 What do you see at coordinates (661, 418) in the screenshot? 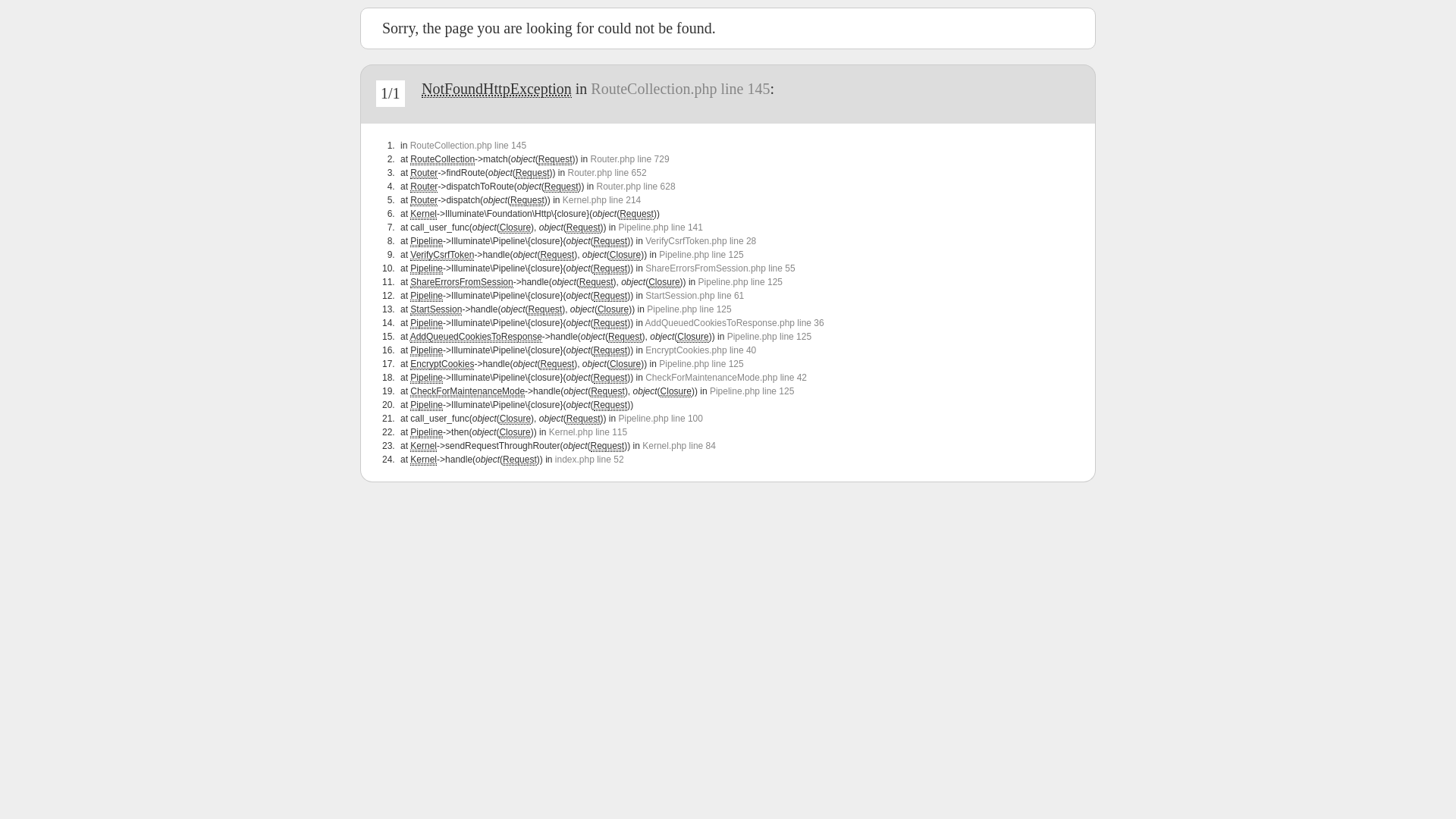
I see `'Pipeline.php line 100'` at bounding box center [661, 418].